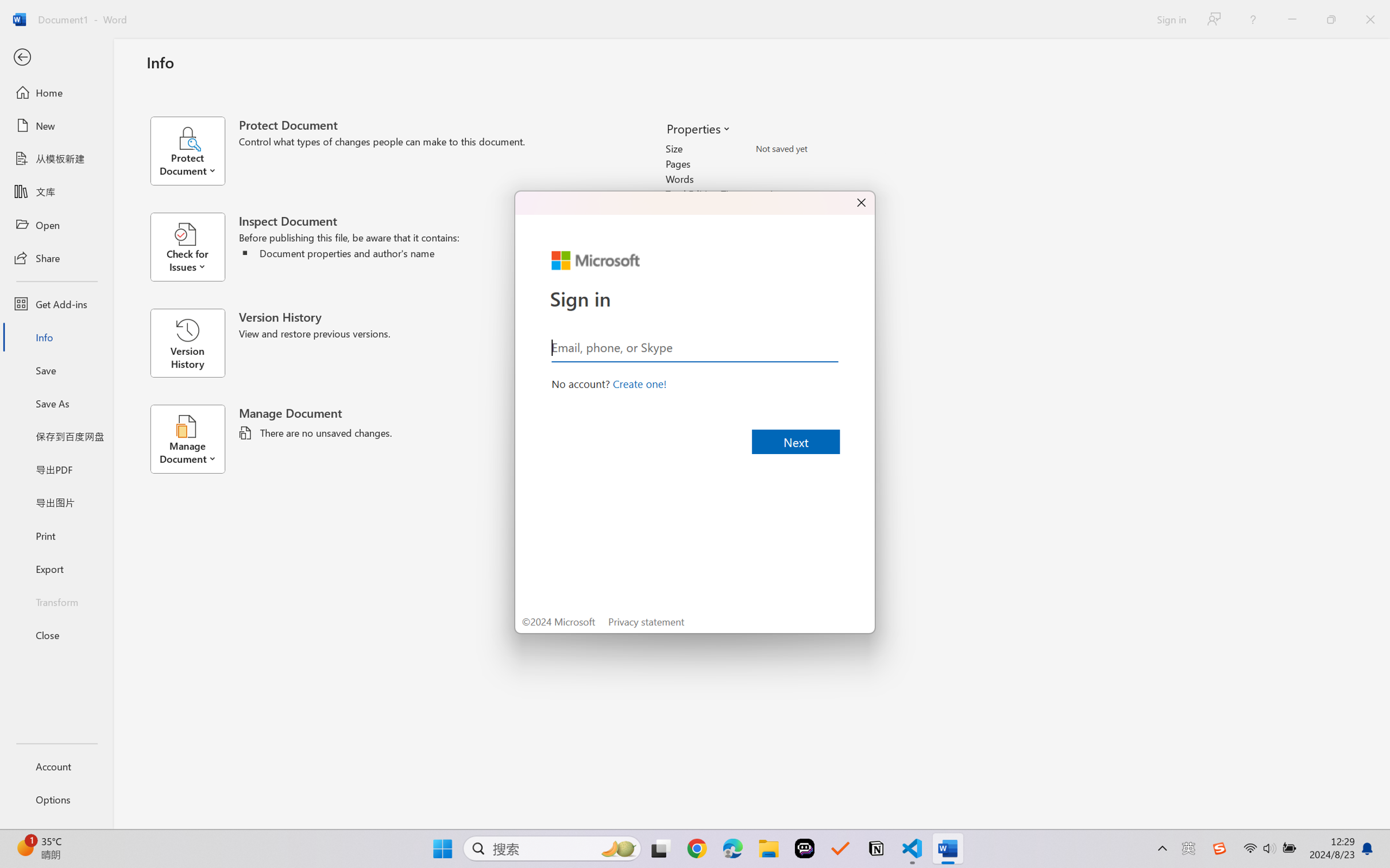  What do you see at coordinates (56, 568) in the screenshot?
I see `'Export'` at bounding box center [56, 568].